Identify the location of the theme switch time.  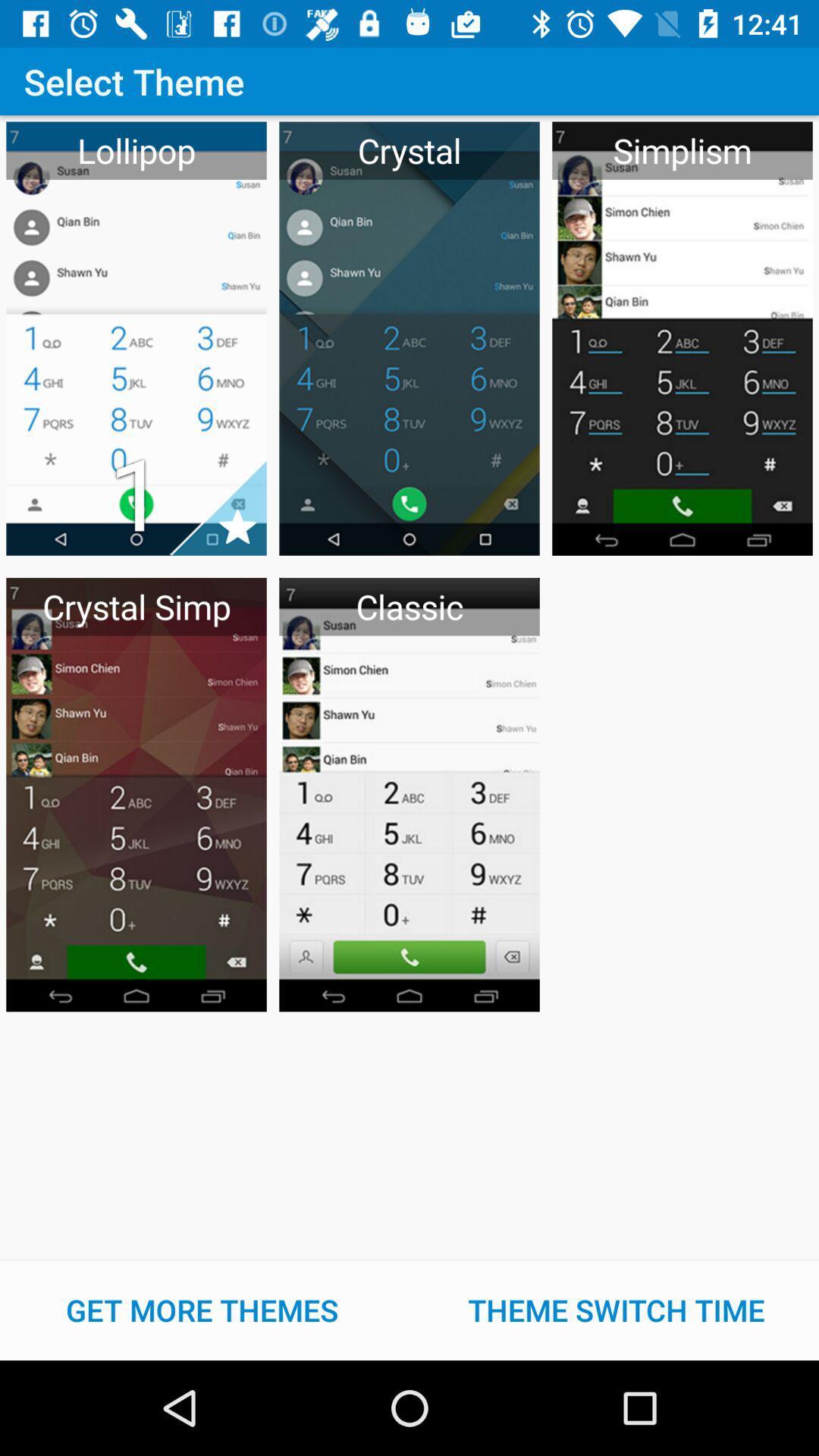
(617, 1310).